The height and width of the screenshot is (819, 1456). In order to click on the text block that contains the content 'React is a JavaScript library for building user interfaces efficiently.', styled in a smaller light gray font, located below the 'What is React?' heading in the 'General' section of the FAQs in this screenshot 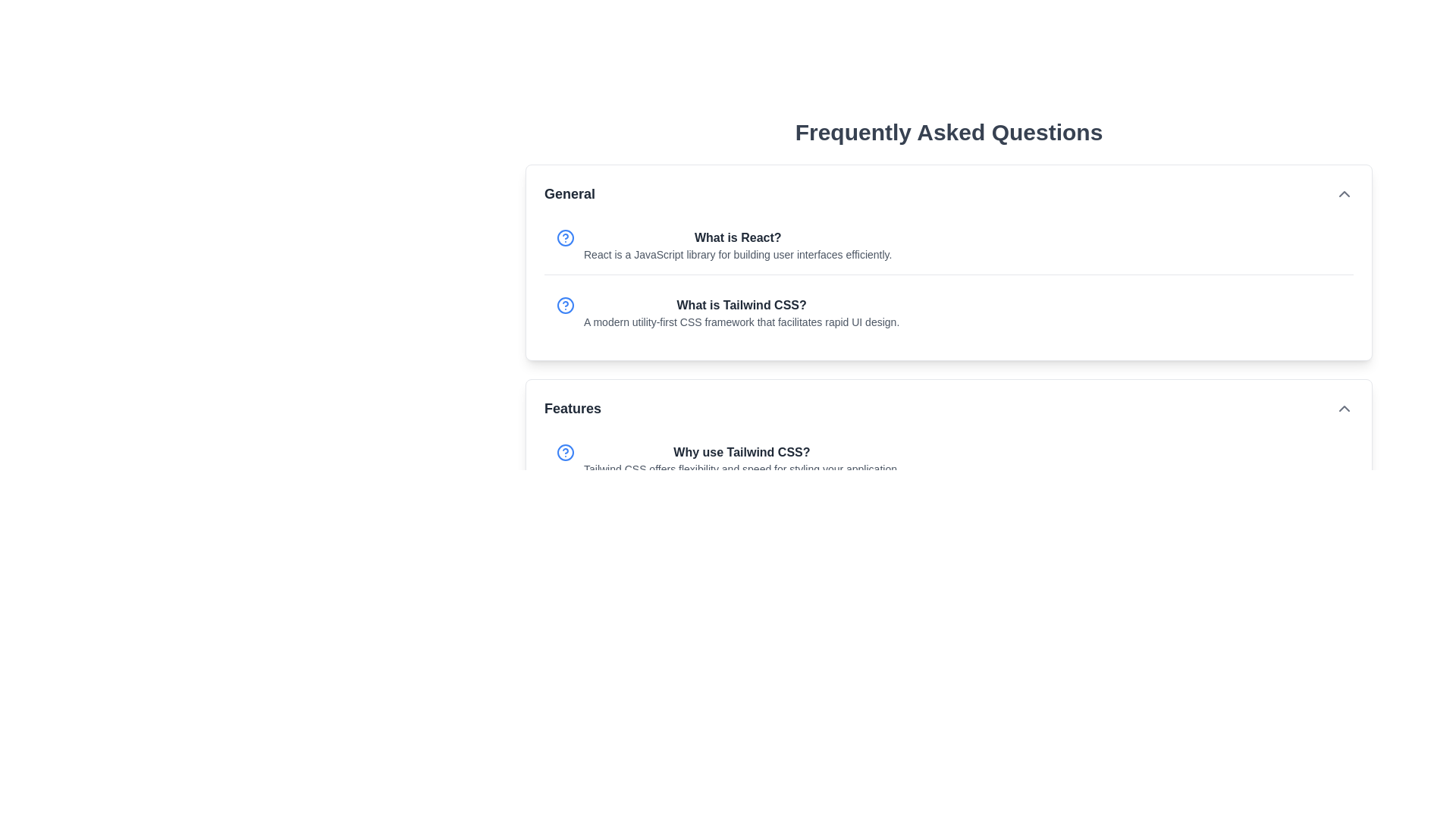, I will do `click(738, 253)`.